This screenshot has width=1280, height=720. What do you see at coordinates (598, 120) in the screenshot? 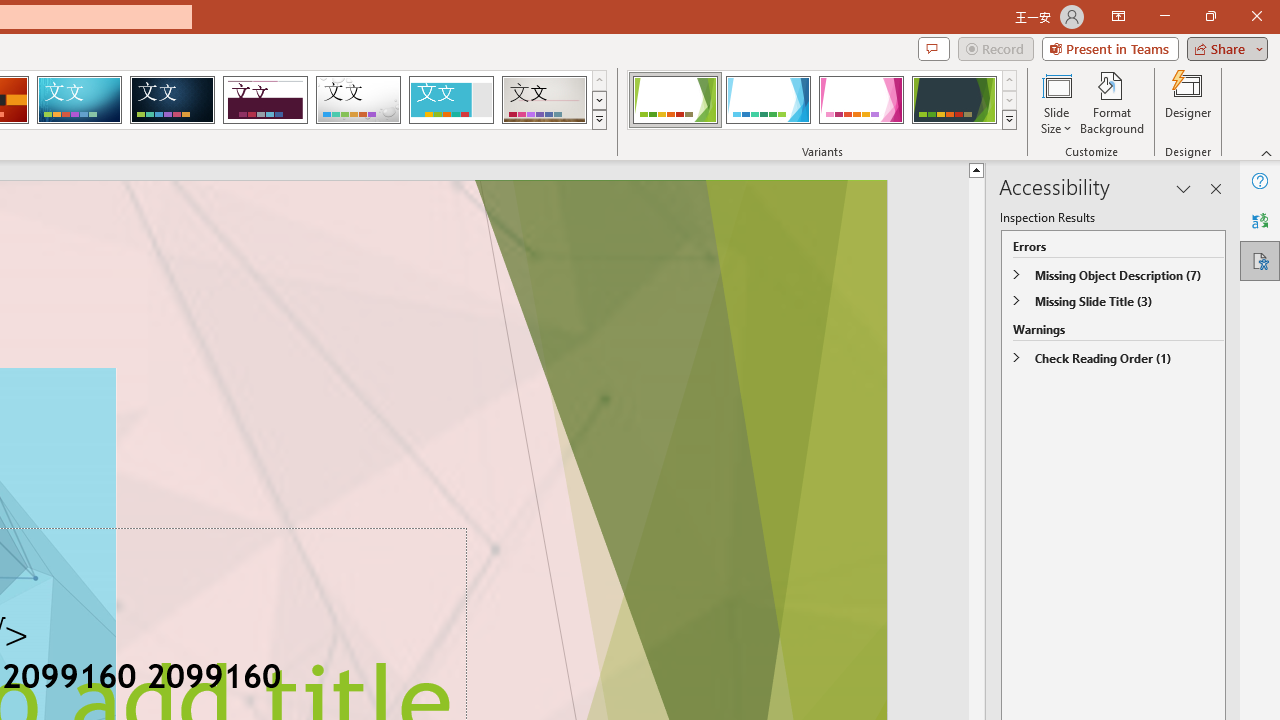
I see `'Themes'` at bounding box center [598, 120].